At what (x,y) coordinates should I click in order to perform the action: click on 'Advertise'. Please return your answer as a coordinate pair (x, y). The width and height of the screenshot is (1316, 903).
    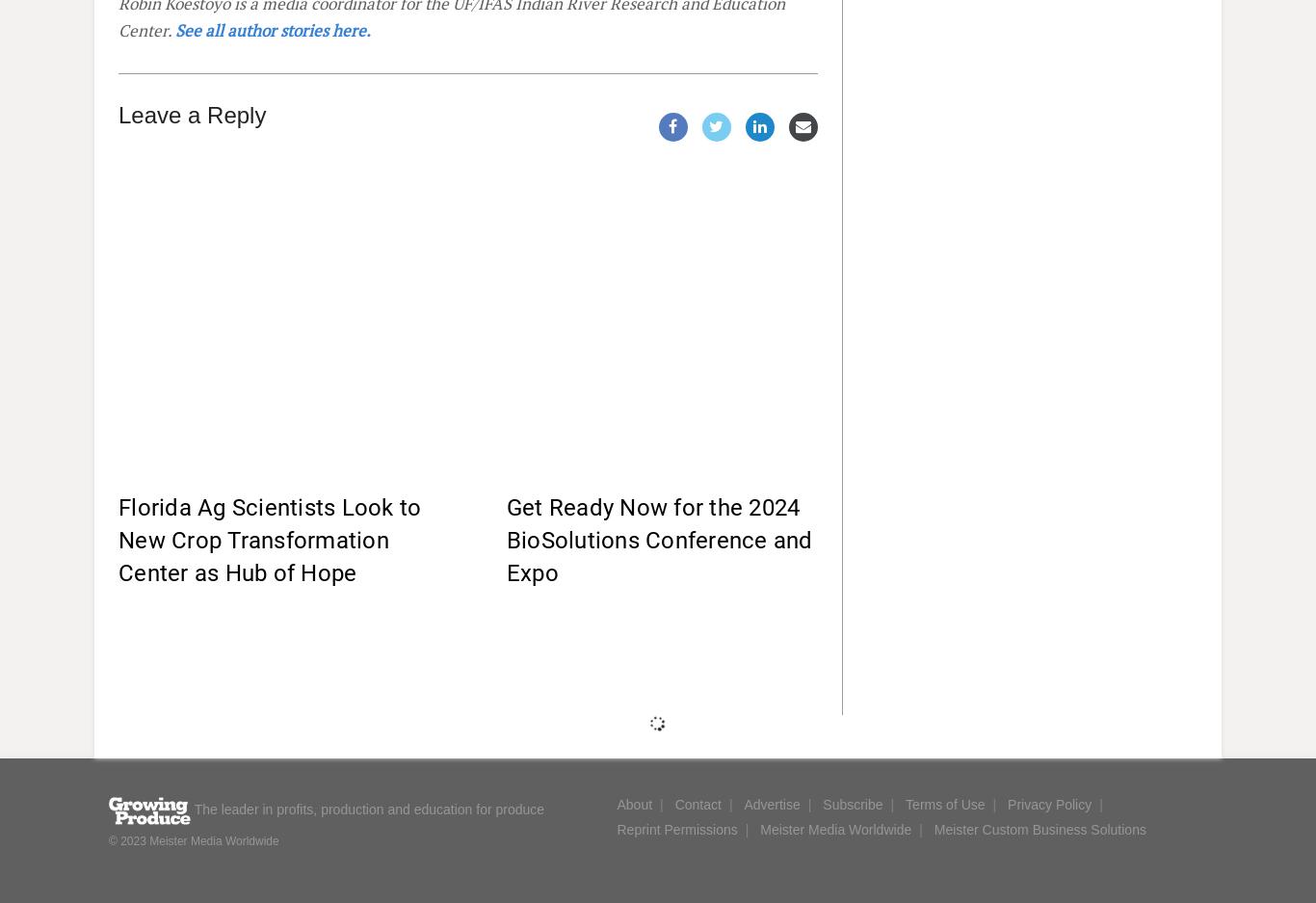
    Looking at the image, I should click on (771, 804).